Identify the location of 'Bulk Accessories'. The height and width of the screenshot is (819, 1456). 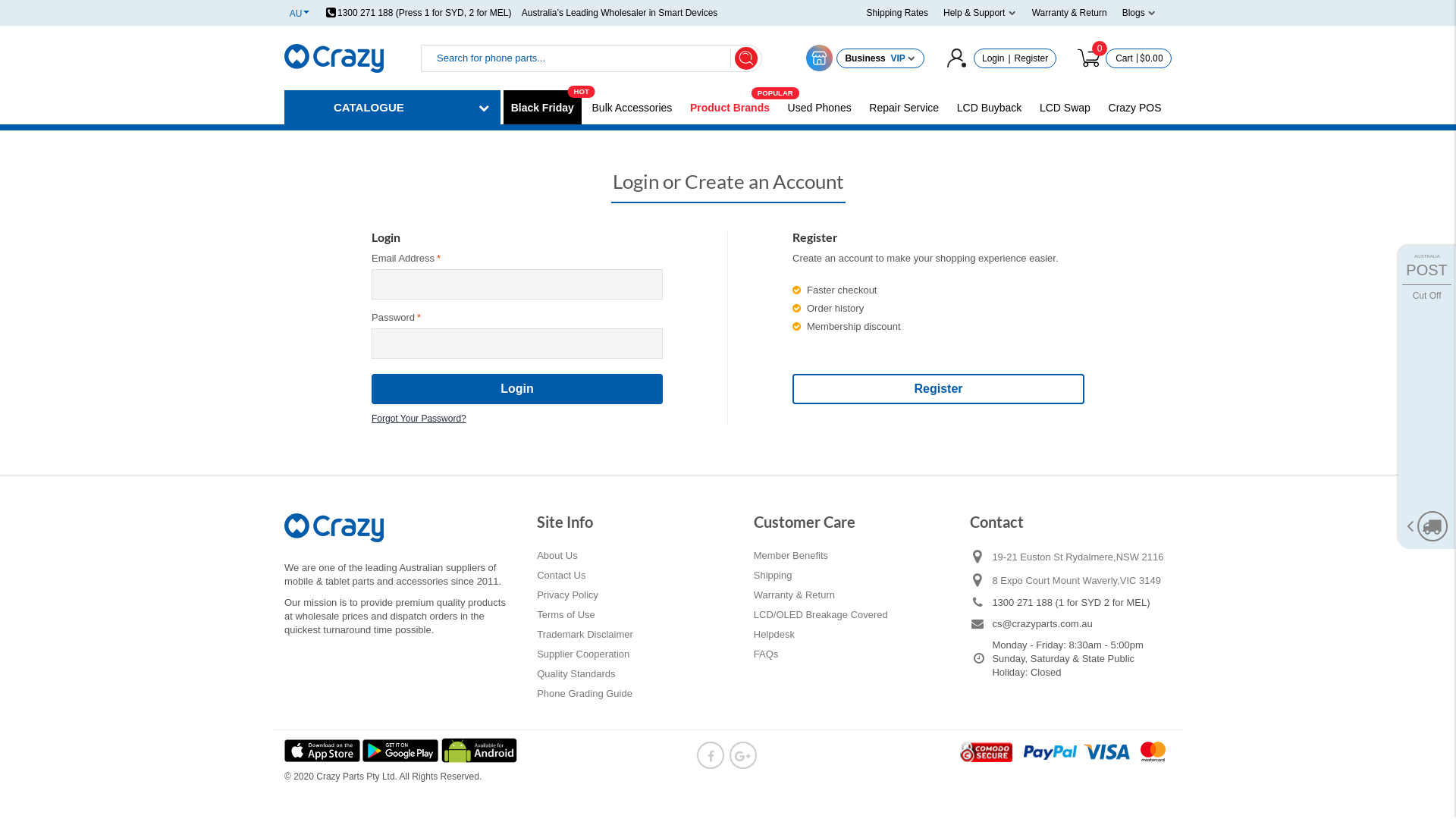
(632, 107).